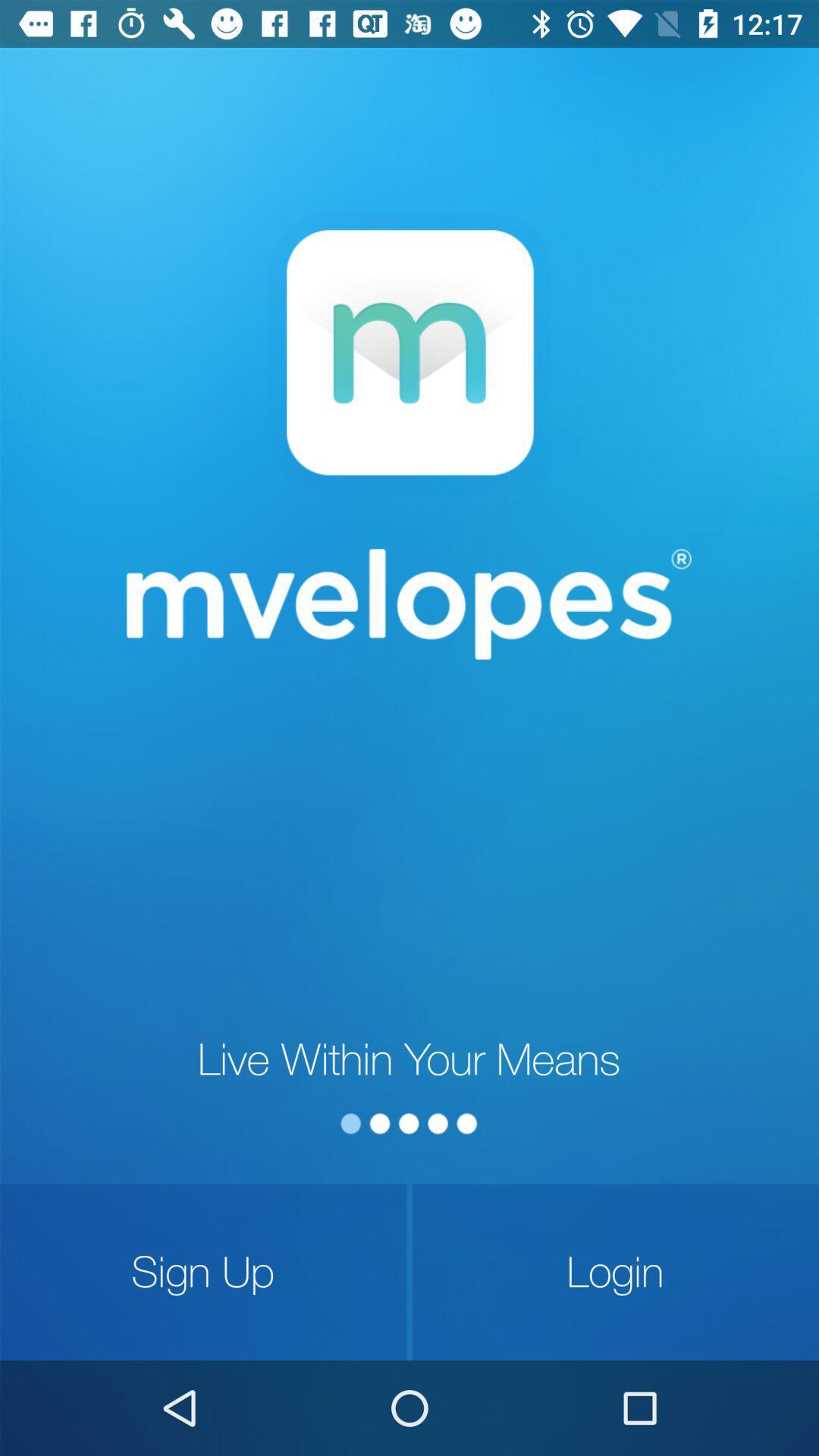 Image resolution: width=819 pixels, height=1456 pixels. Describe the element at coordinates (202, 1272) in the screenshot. I see `sign up item` at that location.